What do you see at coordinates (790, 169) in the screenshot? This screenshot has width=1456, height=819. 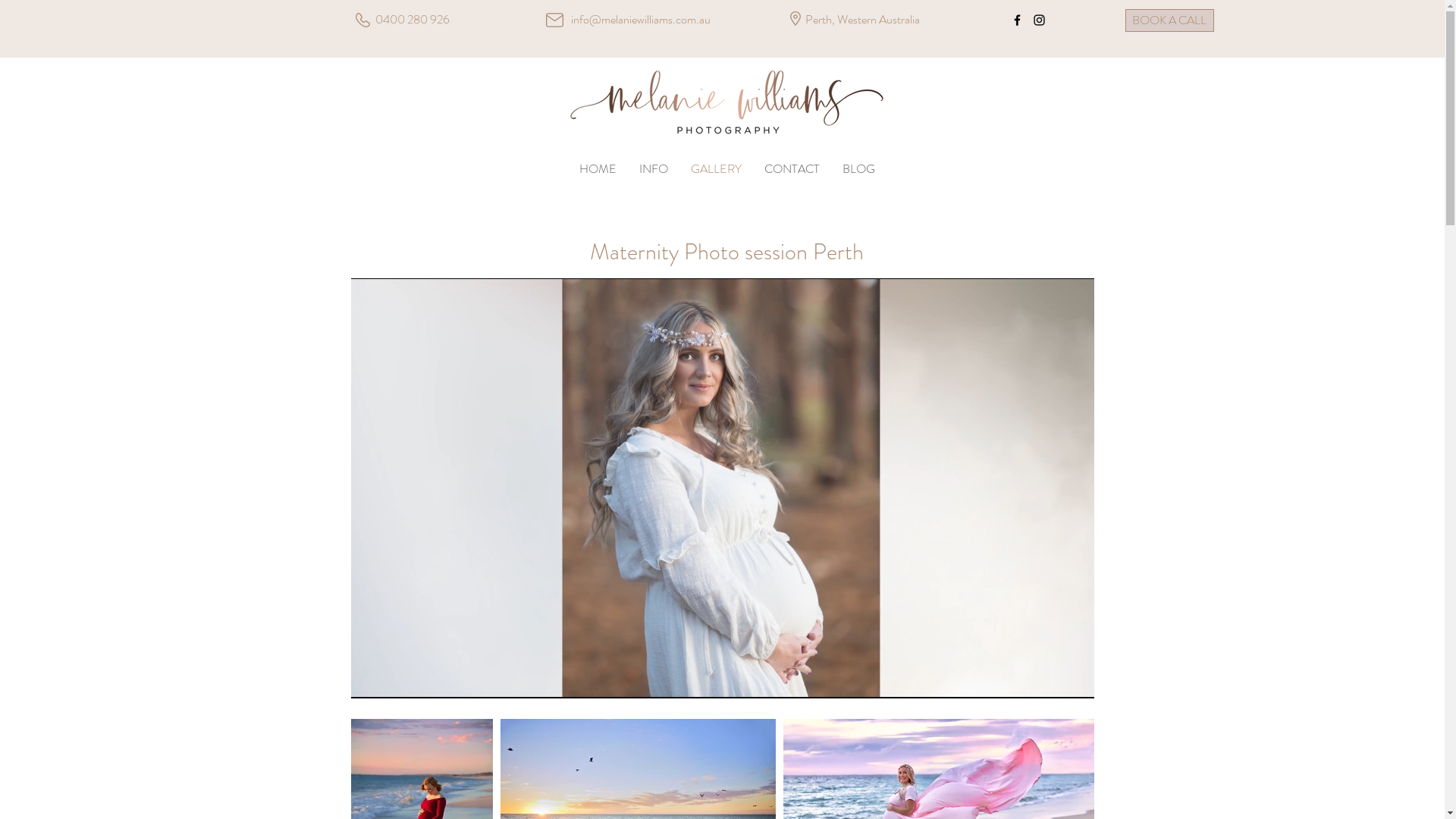 I see `'CONTACT'` at bounding box center [790, 169].